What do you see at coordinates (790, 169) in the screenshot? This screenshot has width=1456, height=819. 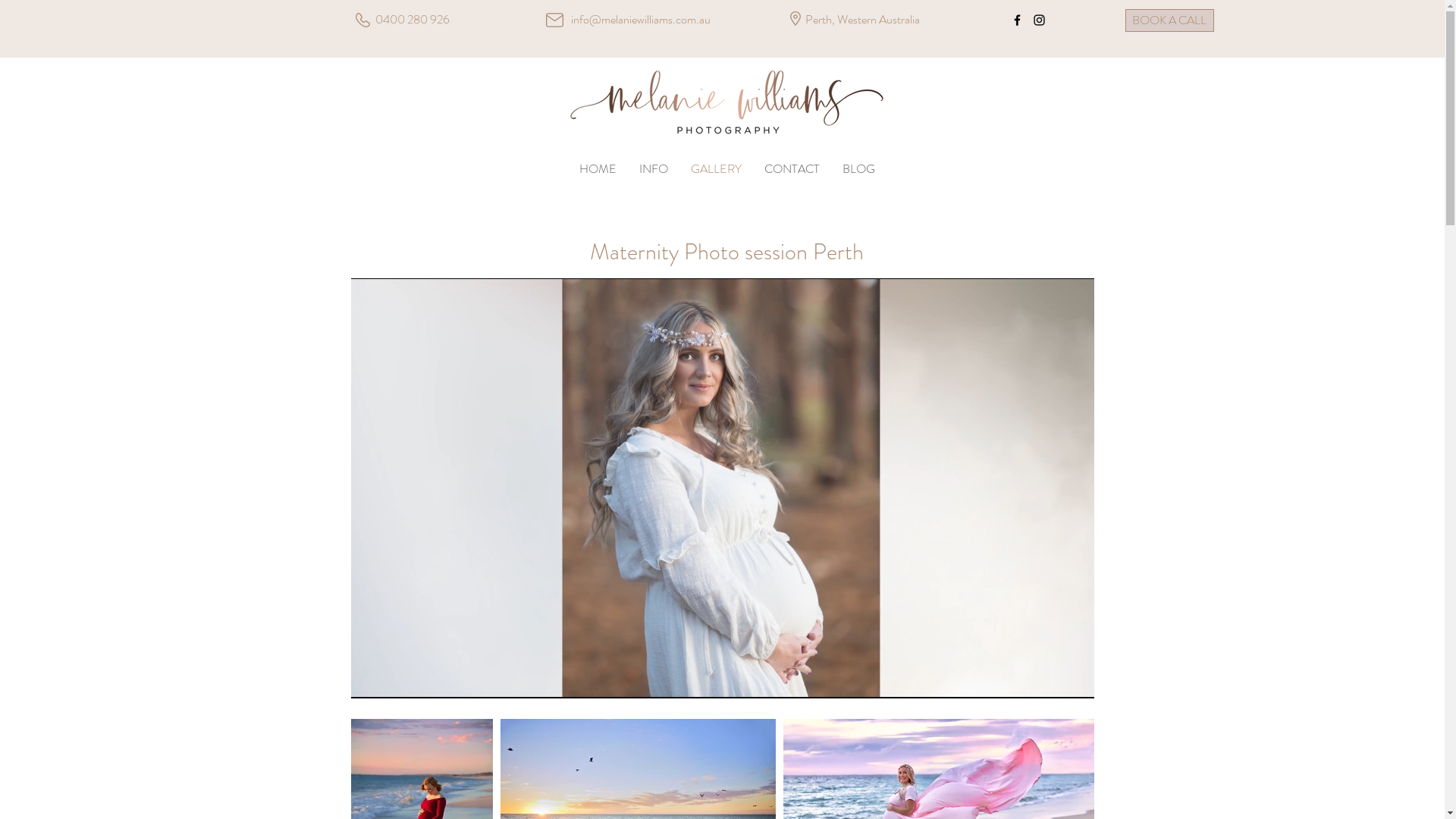 I see `'CONTACT'` at bounding box center [790, 169].